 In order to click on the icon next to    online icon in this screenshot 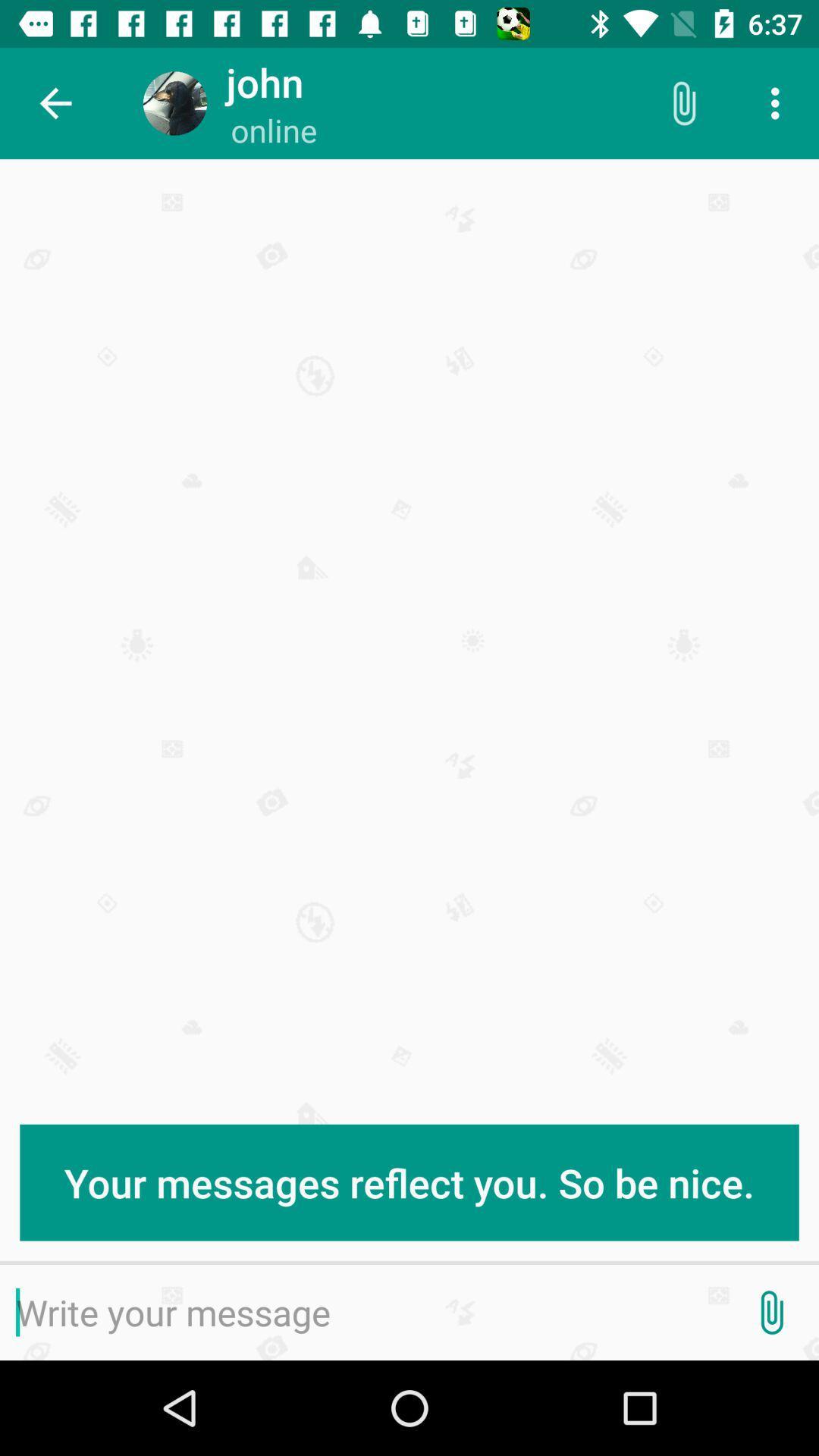, I will do `click(683, 102)`.